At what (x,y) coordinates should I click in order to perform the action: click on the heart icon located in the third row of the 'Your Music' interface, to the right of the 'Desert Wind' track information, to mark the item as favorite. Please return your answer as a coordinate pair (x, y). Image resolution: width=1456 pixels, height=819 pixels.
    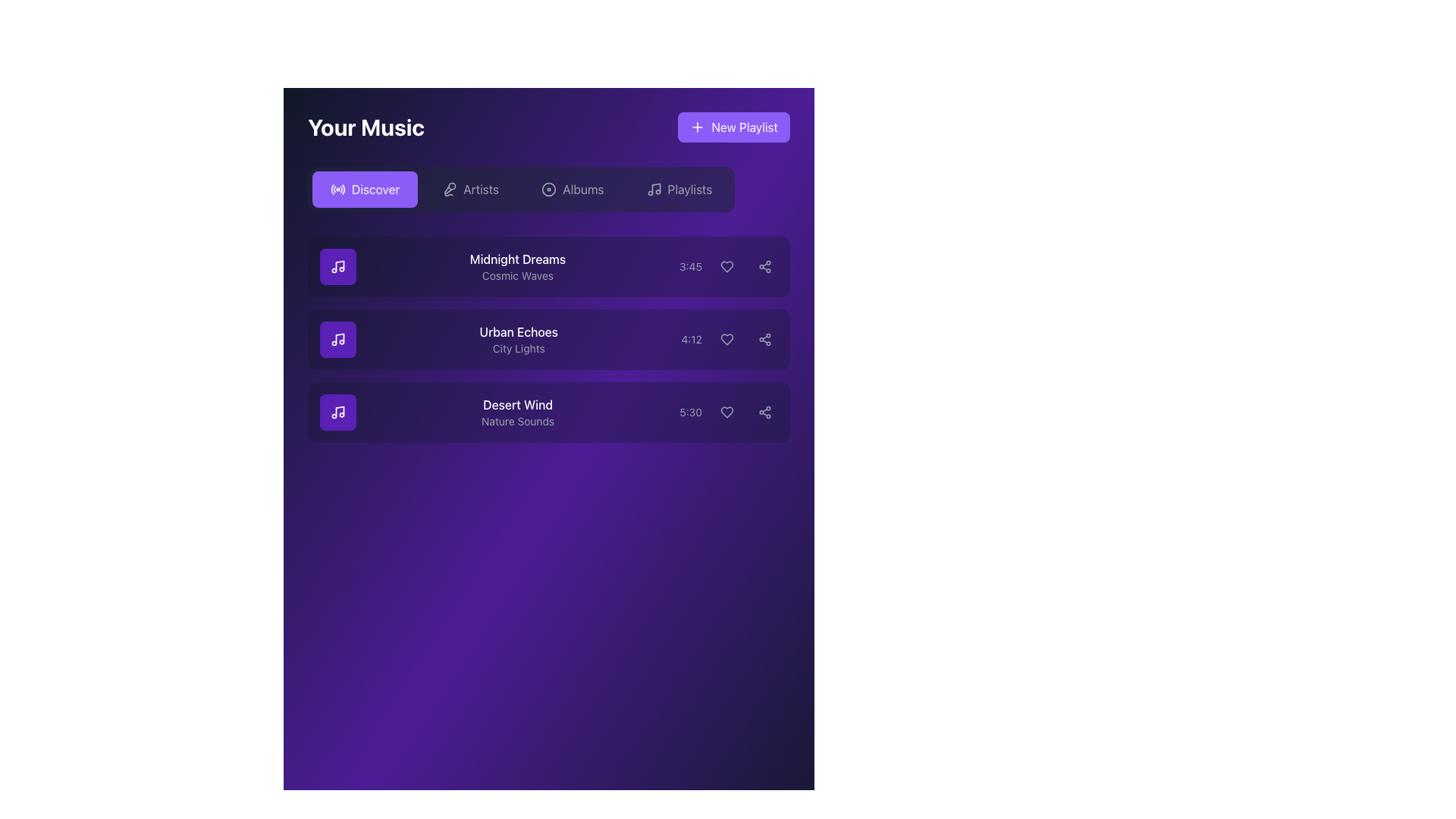
    Looking at the image, I should click on (726, 412).